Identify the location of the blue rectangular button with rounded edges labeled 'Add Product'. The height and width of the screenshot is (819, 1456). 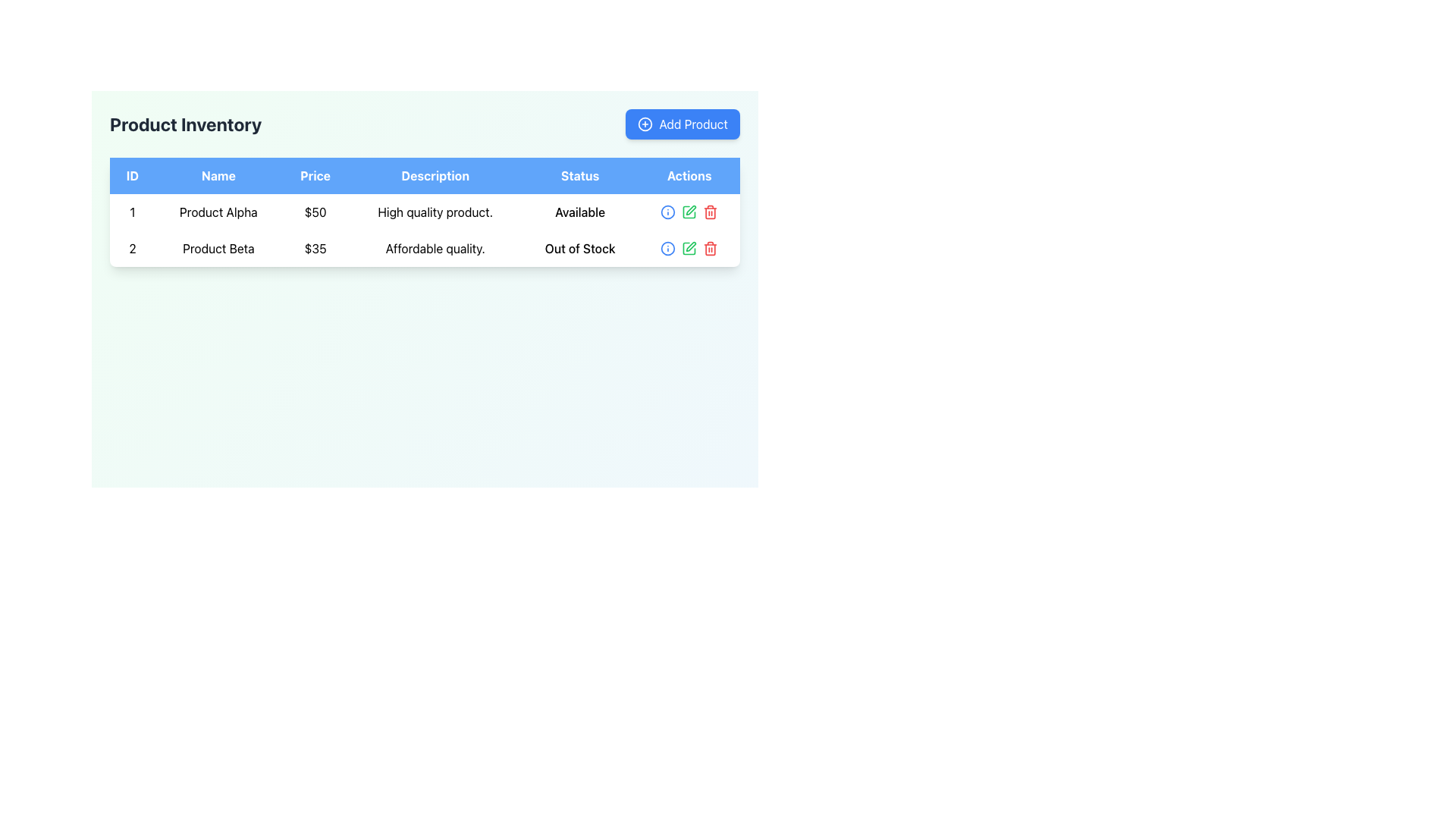
(682, 124).